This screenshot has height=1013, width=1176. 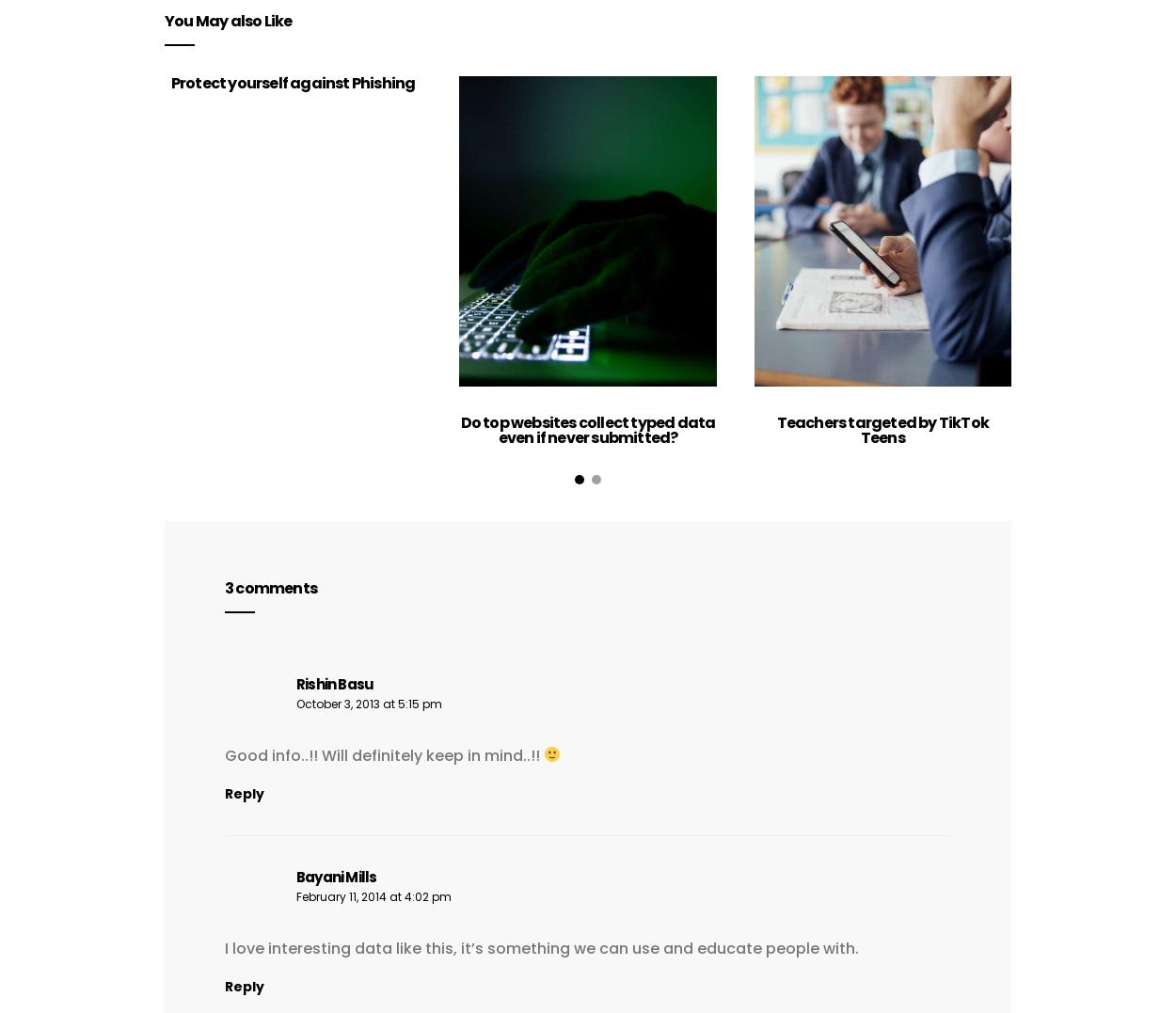 What do you see at coordinates (227, 19) in the screenshot?
I see `'You May also Like'` at bounding box center [227, 19].